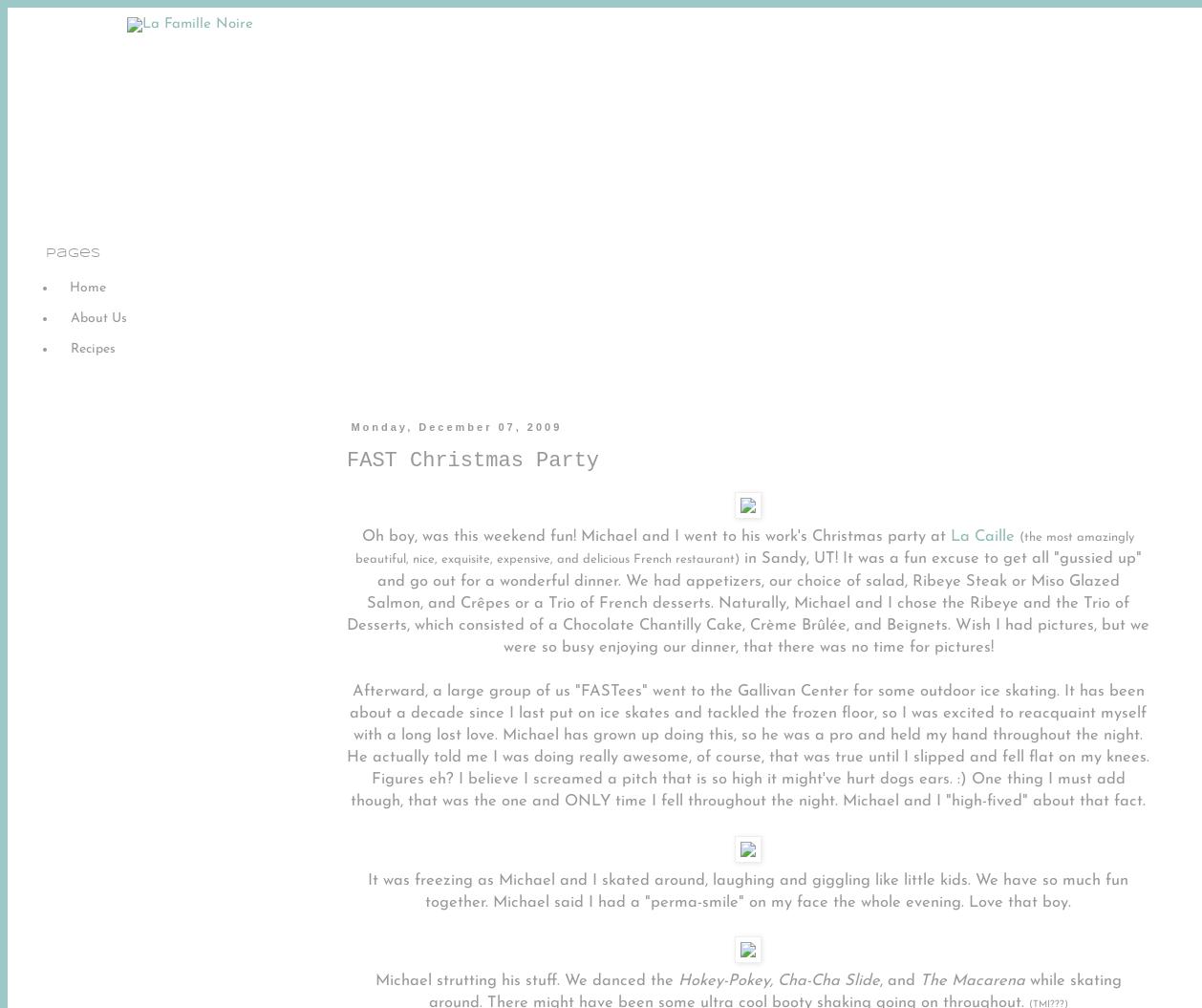  I want to click on 'It was freezing as Michael and I skated around, laughing and giggling like little kids. We have so much fun together. Michael said I had a "perma-smile" on my face the whole evening. Love that boy.', so click(747, 890).